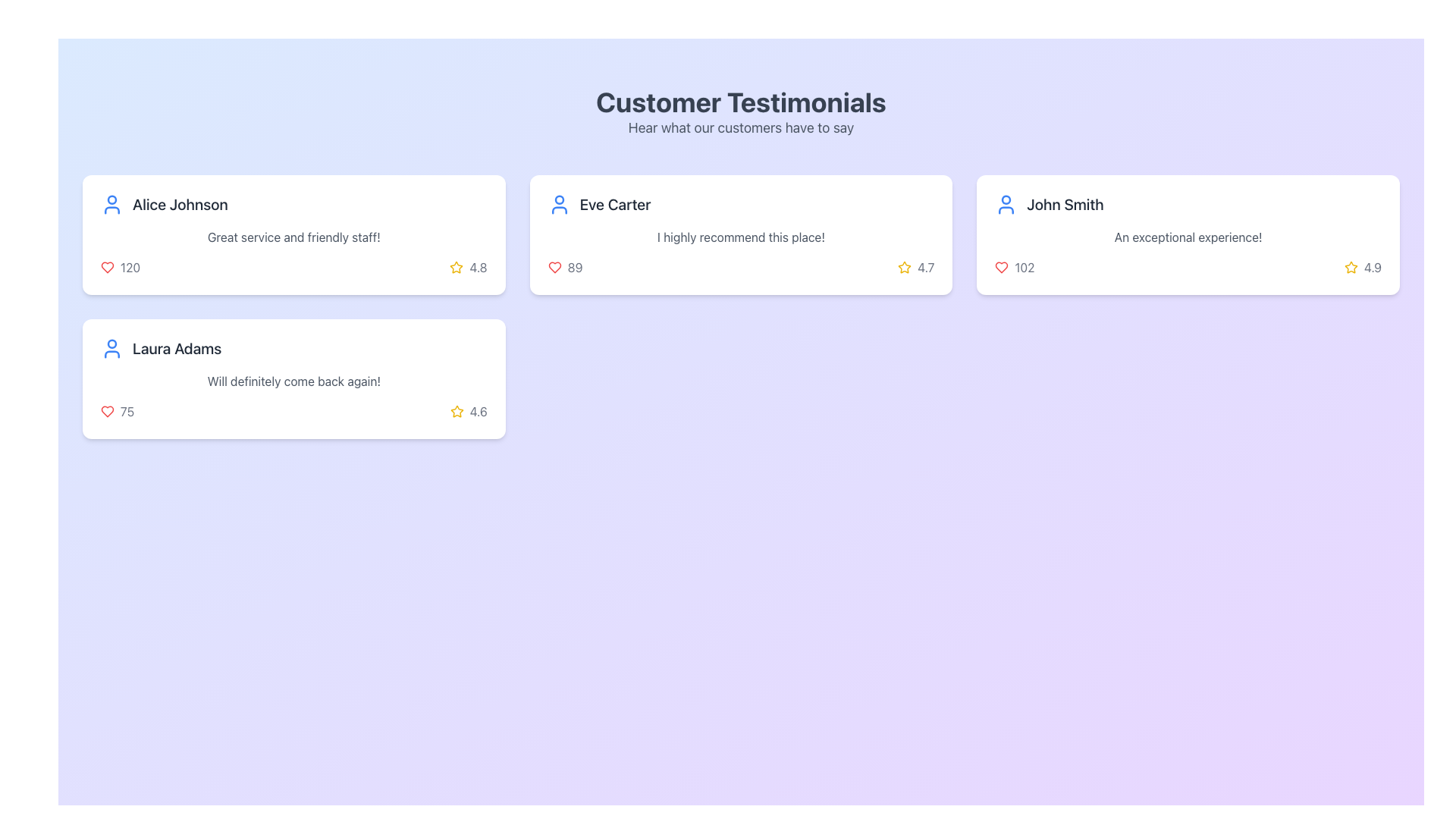 The width and height of the screenshot is (1456, 819). What do you see at coordinates (554, 267) in the screenshot?
I see `the heart icon representing the 'like' action for the testimonial of 'Eve Carter', which is located to the left of the numeric '89'` at bounding box center [554, 267].